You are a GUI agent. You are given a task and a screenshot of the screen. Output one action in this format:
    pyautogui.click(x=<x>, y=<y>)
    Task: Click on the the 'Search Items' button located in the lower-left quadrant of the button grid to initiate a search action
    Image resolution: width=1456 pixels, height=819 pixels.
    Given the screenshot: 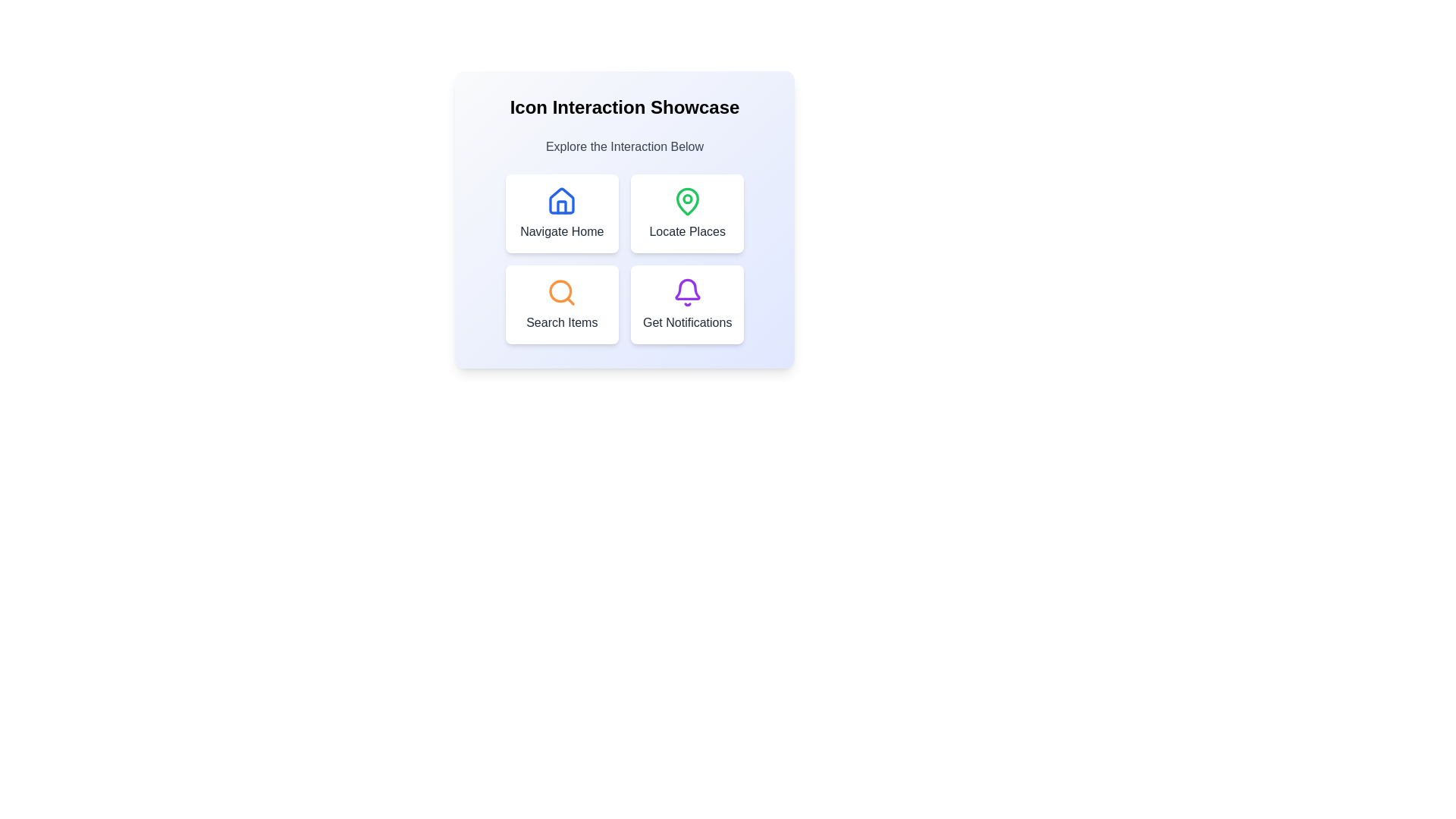 What is the action you would take?
    pyautogui.click(x=561, y=304)
    